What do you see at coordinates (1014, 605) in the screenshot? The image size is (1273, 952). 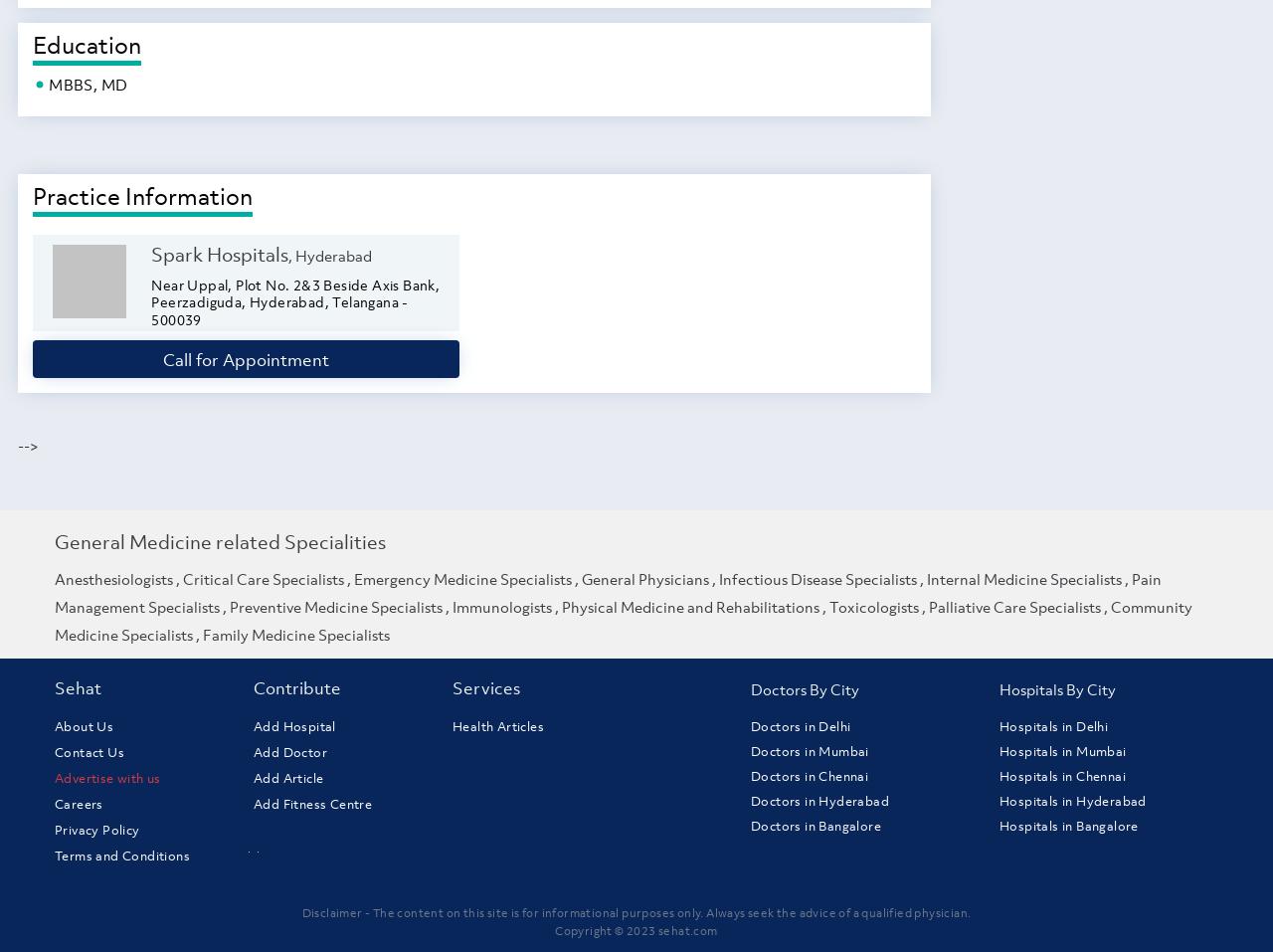 I see `'Palliative Care Specialists'` at bounding box center [1014, 605].